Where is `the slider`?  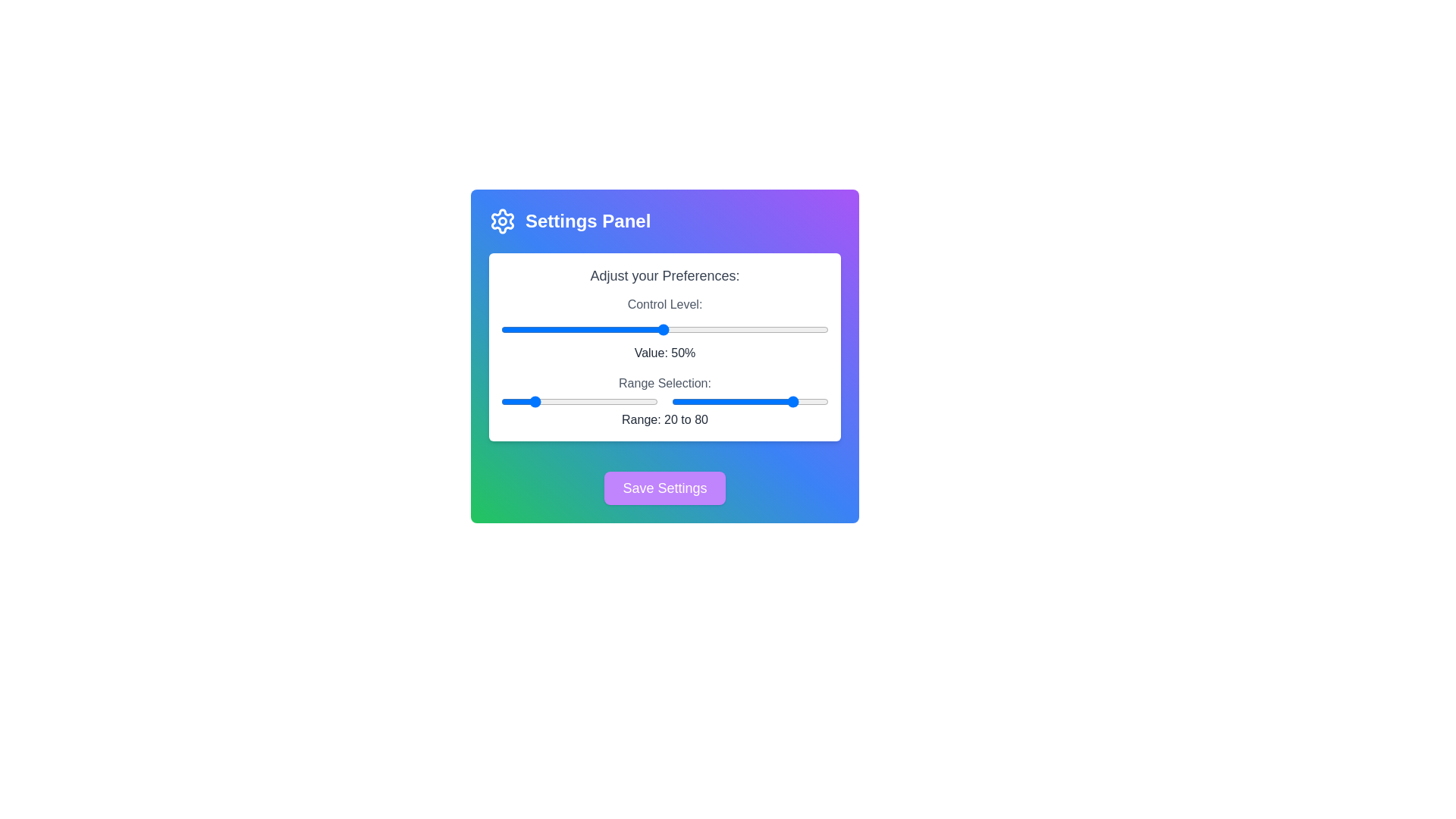
the slider is located at coordinates (506, 400).